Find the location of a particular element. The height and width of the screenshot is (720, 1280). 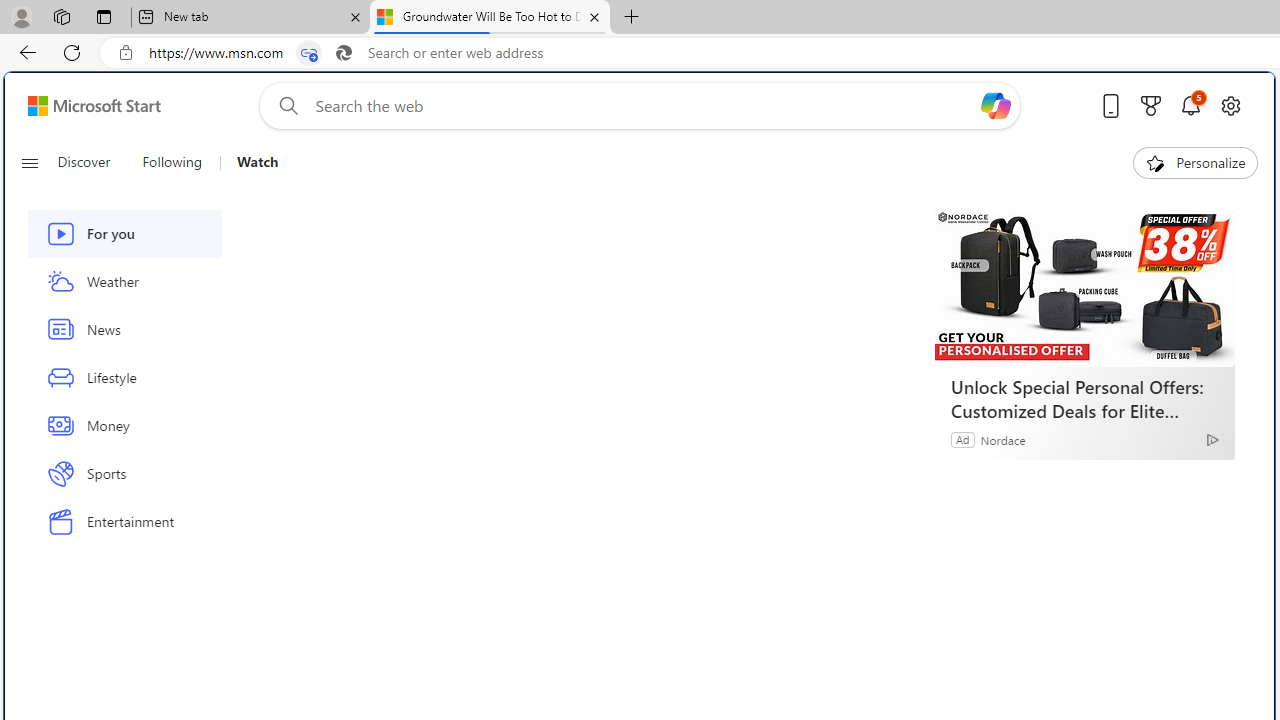

'Watch' is located at coordinates (256, 162).